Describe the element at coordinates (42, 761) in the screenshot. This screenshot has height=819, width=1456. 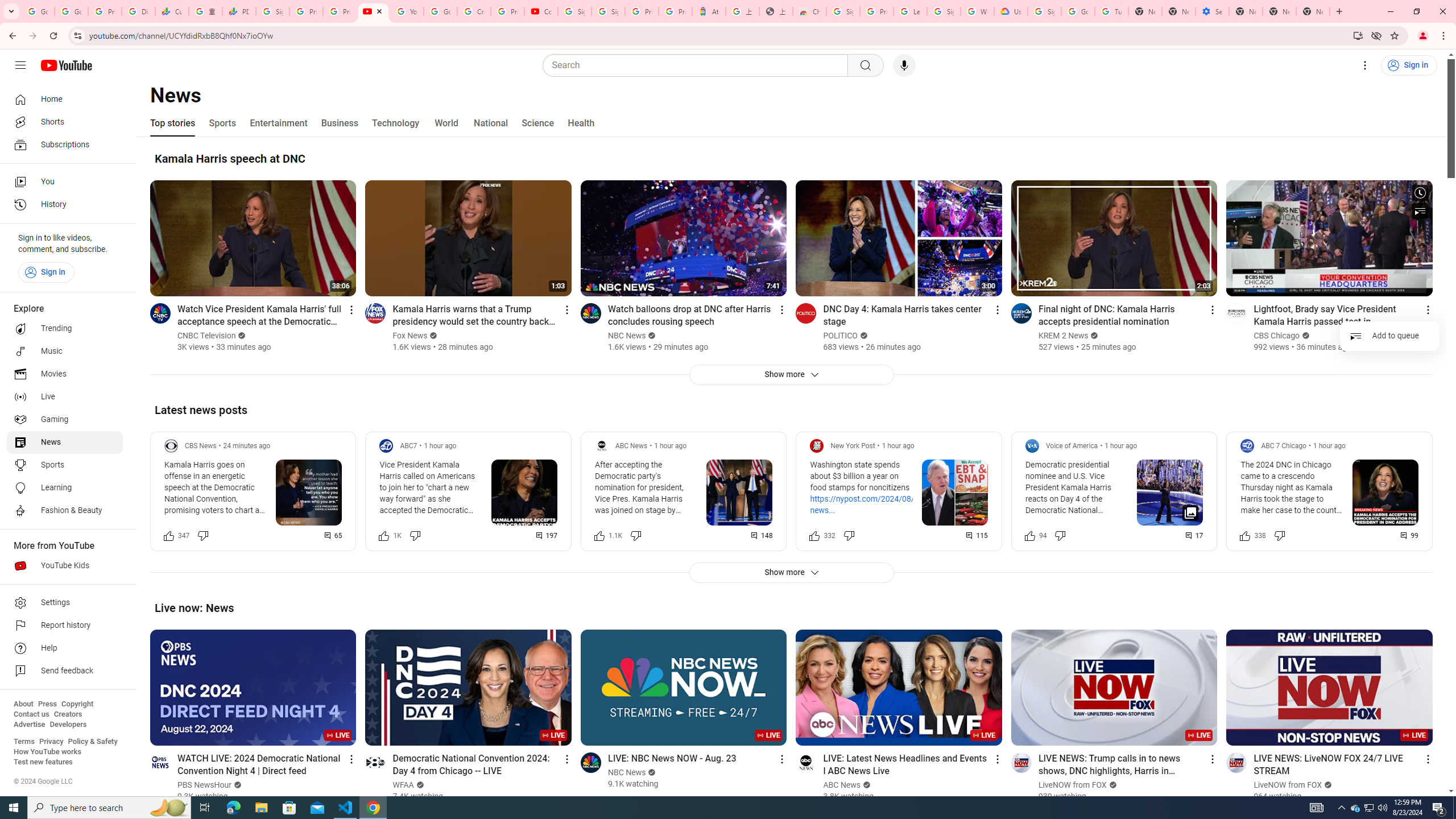
I see `'Test new features'` at that location.